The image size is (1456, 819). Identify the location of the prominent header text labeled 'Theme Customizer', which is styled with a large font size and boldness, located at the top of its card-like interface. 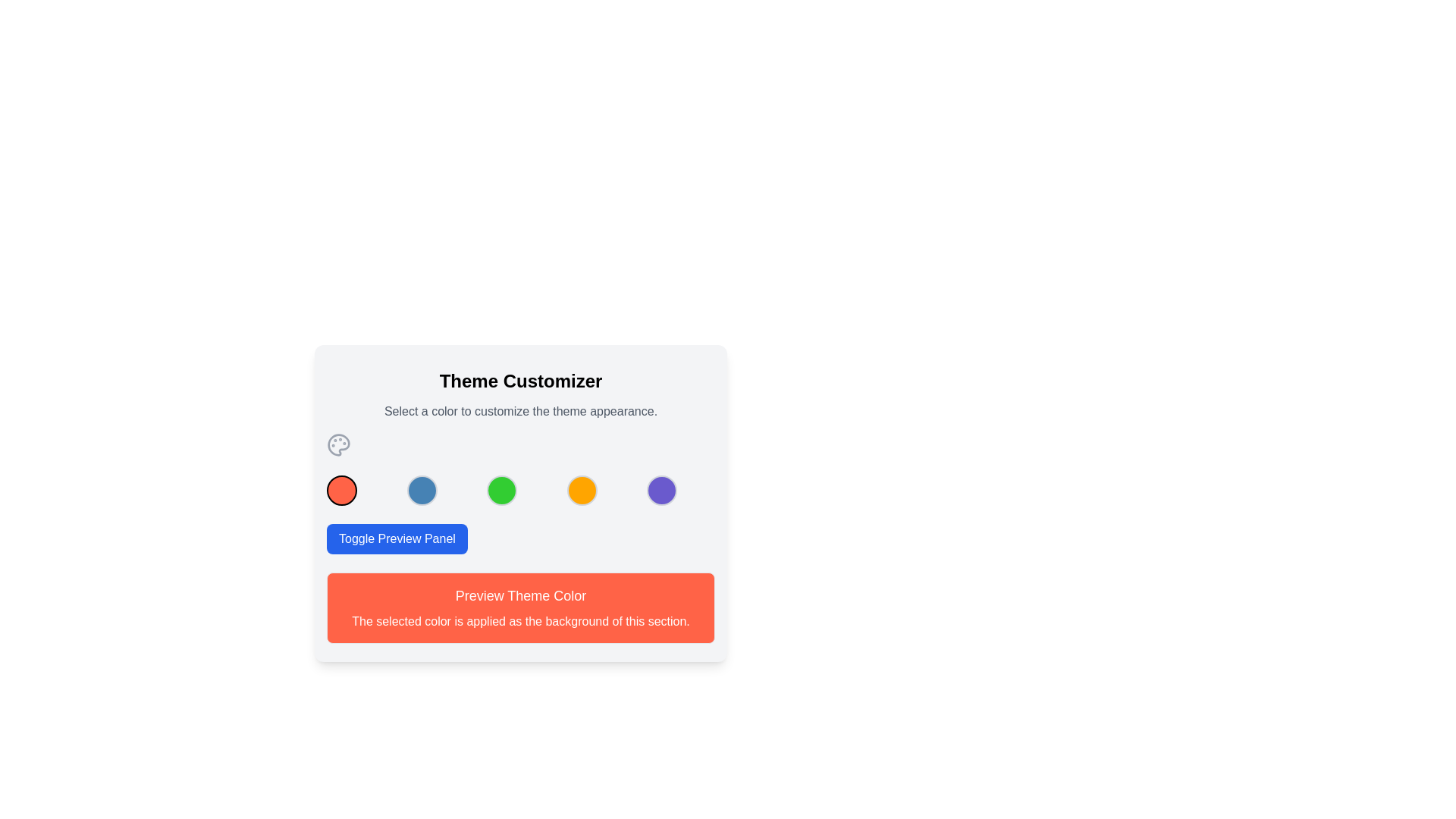
(520, 380).